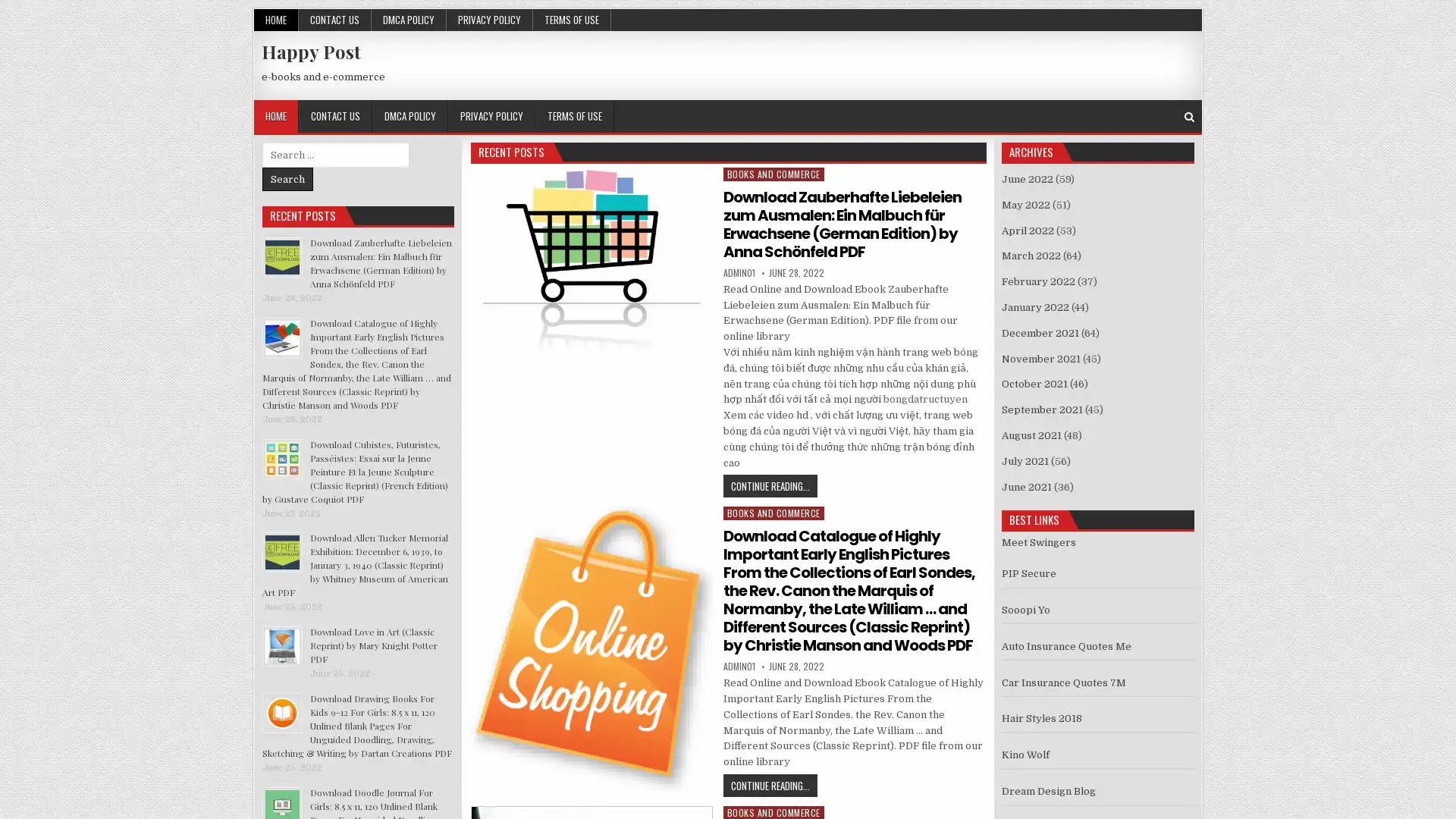 Image resolution: width=1456 pixels, height=819 pixels. What do you see at coordinates (287, 178) in the screenshot?
I see `Search` at bounding box center [287, 178].